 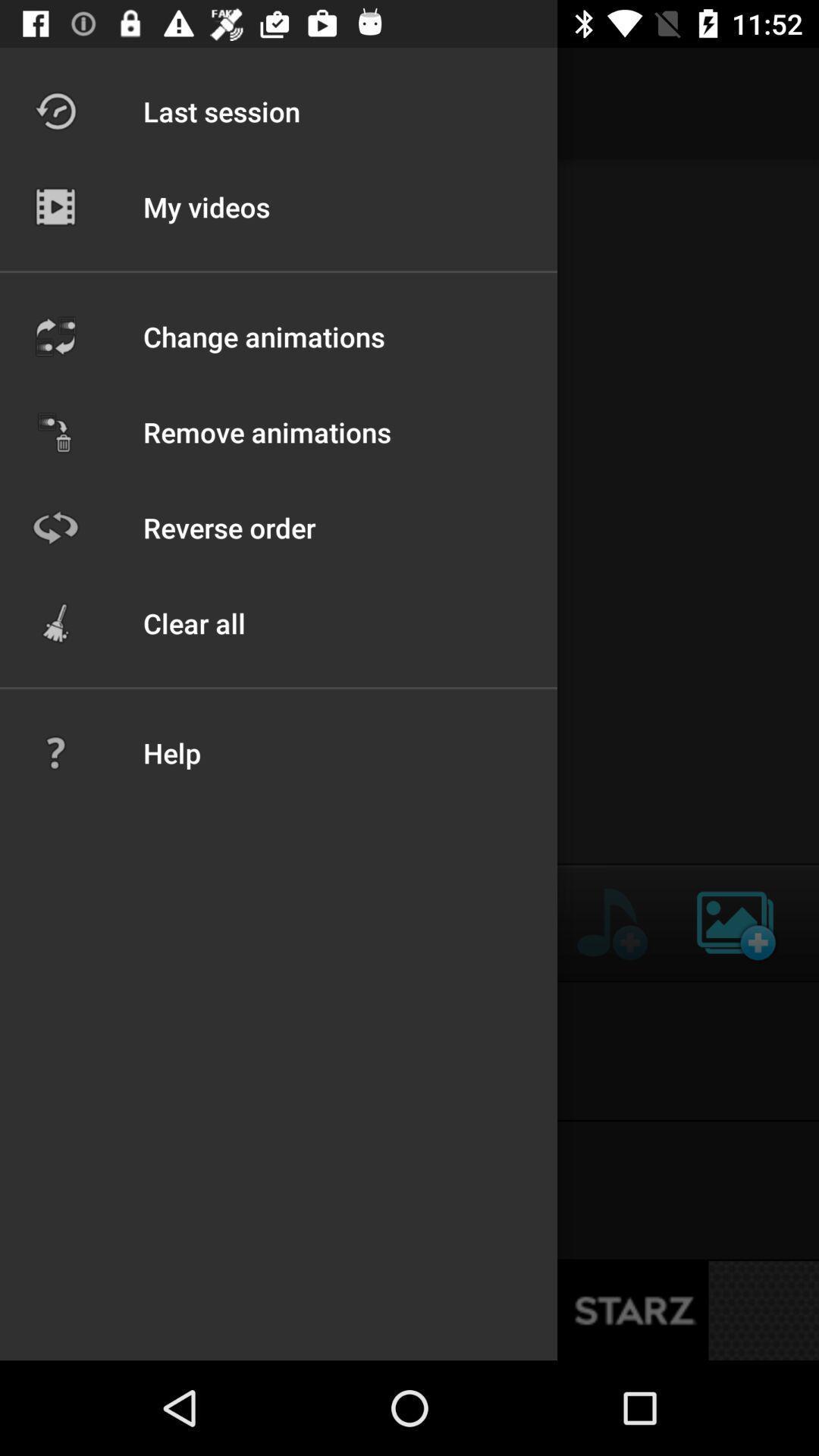 What do you see at coordinates (734, 921) in the screenshot?
I see `the wallpaper icon` at bounding box center [734, 921].